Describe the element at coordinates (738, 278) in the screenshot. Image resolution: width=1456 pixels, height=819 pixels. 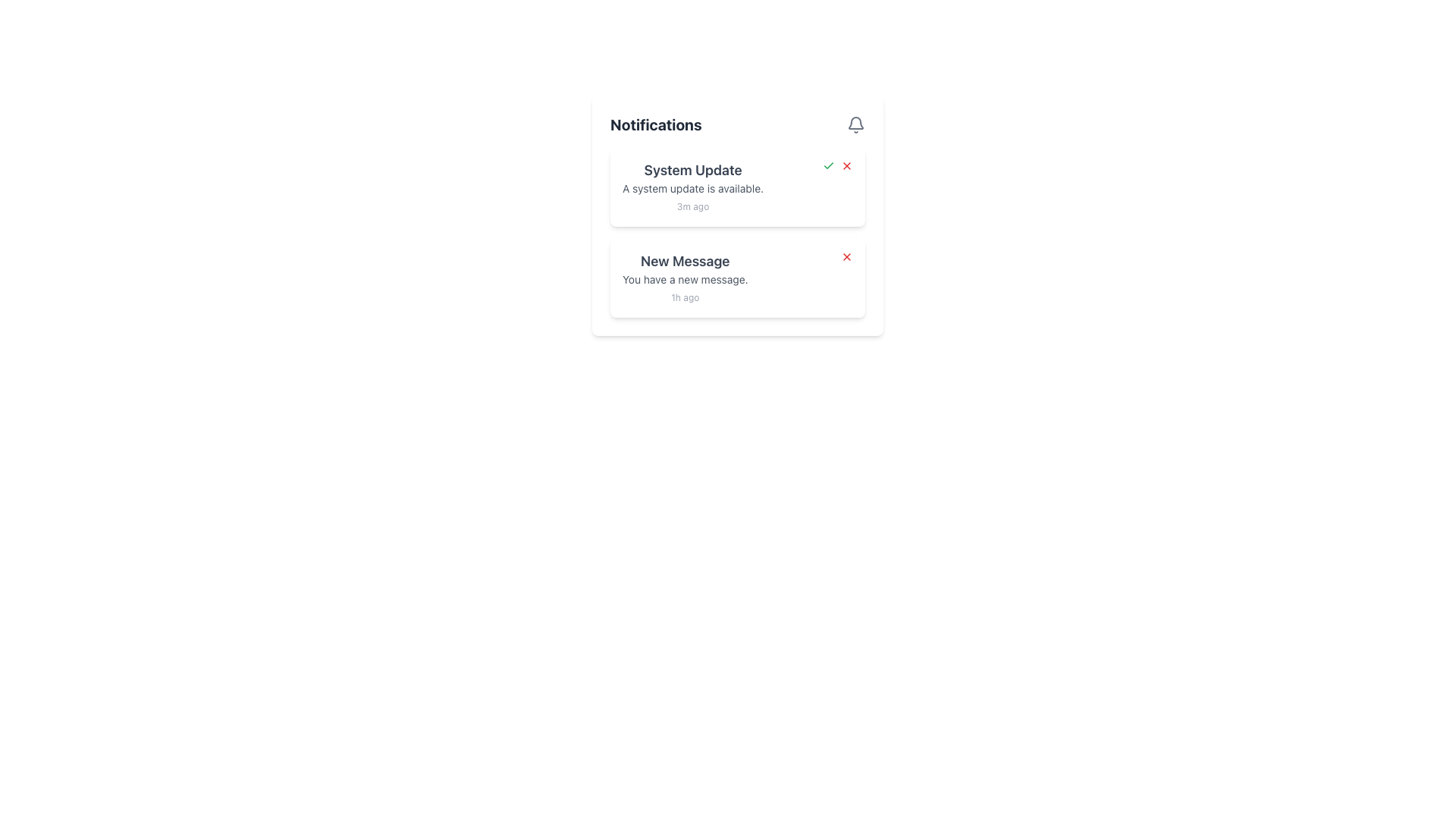
I see `the notification card that summarizes a new message, located as the second card in the Notifications list` at that location.